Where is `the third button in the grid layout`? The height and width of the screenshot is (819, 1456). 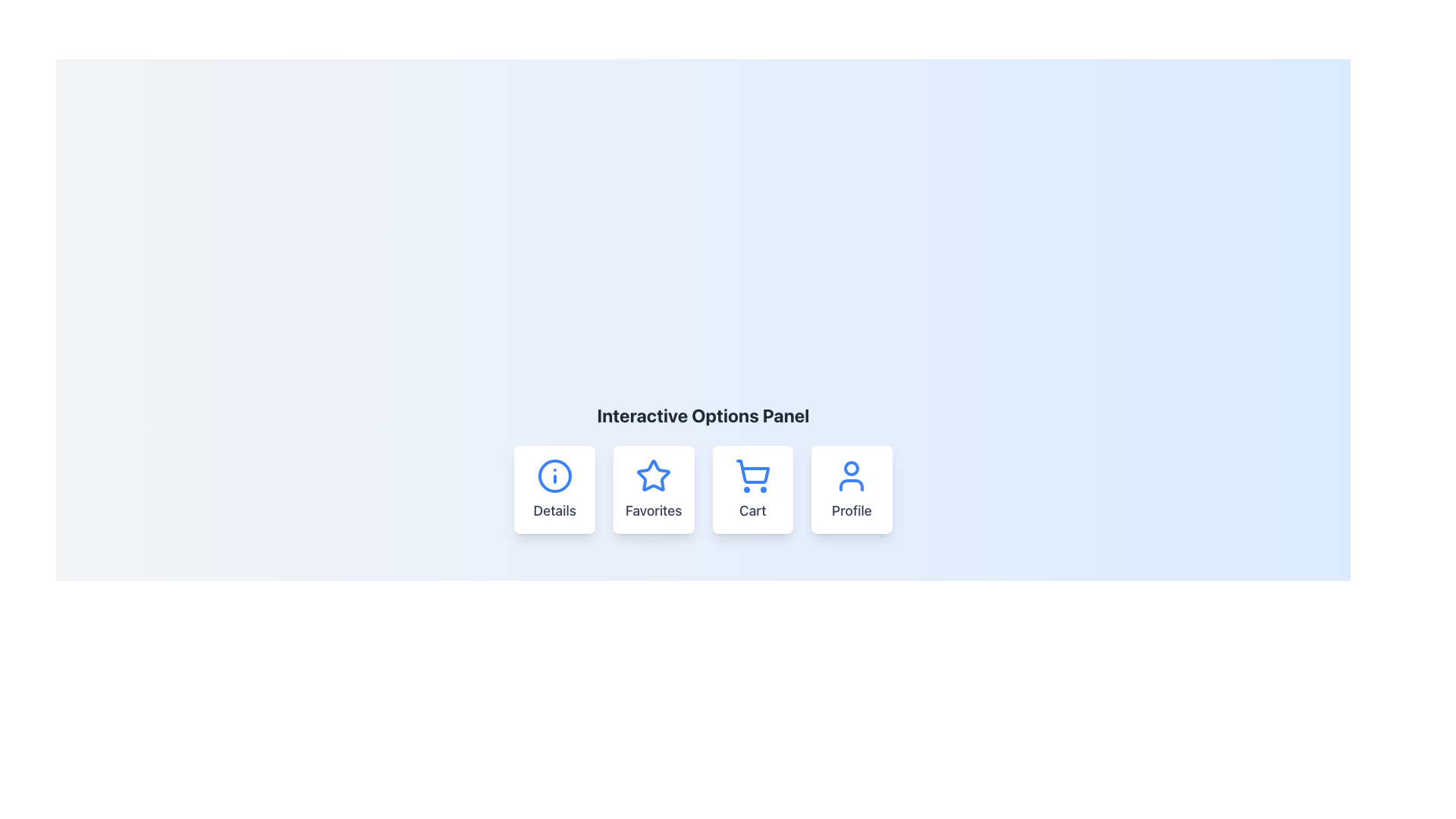 the third button in the grid layout is located at coordinates (752, 489).